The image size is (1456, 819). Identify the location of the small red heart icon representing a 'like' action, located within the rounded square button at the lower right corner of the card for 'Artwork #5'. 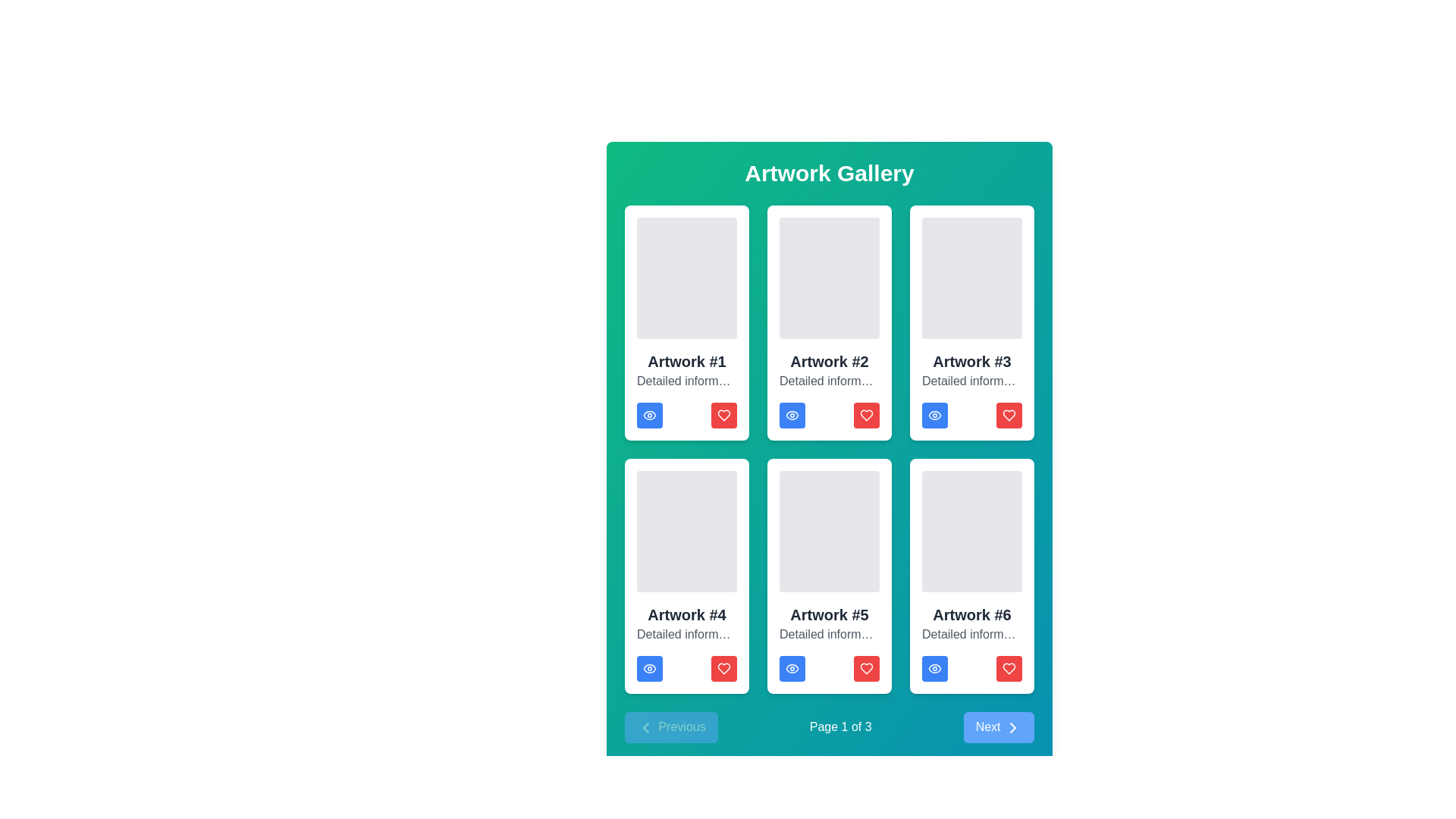
(723, 415).